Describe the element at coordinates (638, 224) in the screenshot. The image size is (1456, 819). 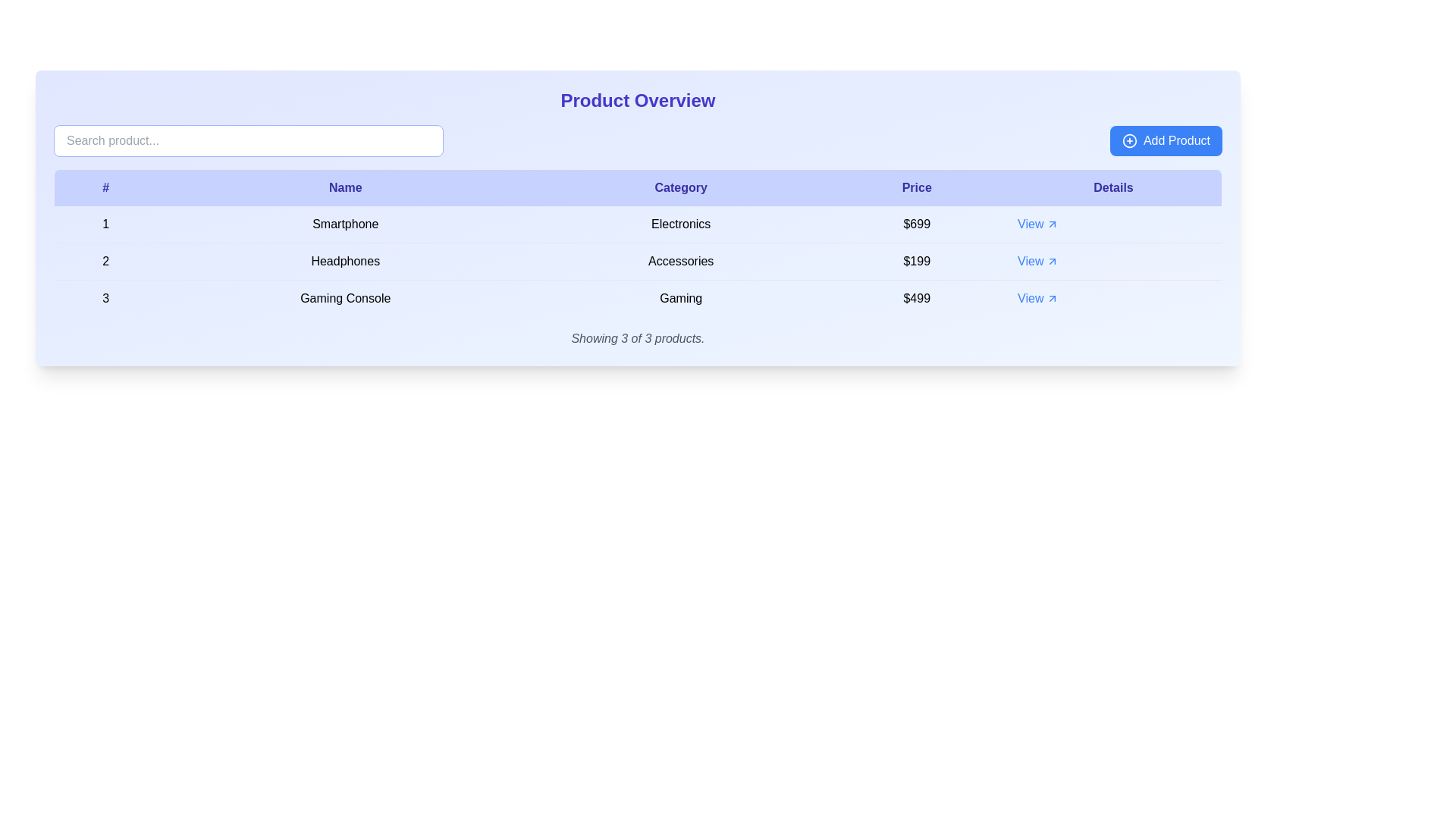
I see `the first row in the 'Product Overview' section of the tabular display, which contains the information '1' under '#', 'Smartphone' under 'Name', 'Electronics' under 'Category', '$699' under 'Price', and a blue hyperlink labeled 'View' under 'Details'` at that location.